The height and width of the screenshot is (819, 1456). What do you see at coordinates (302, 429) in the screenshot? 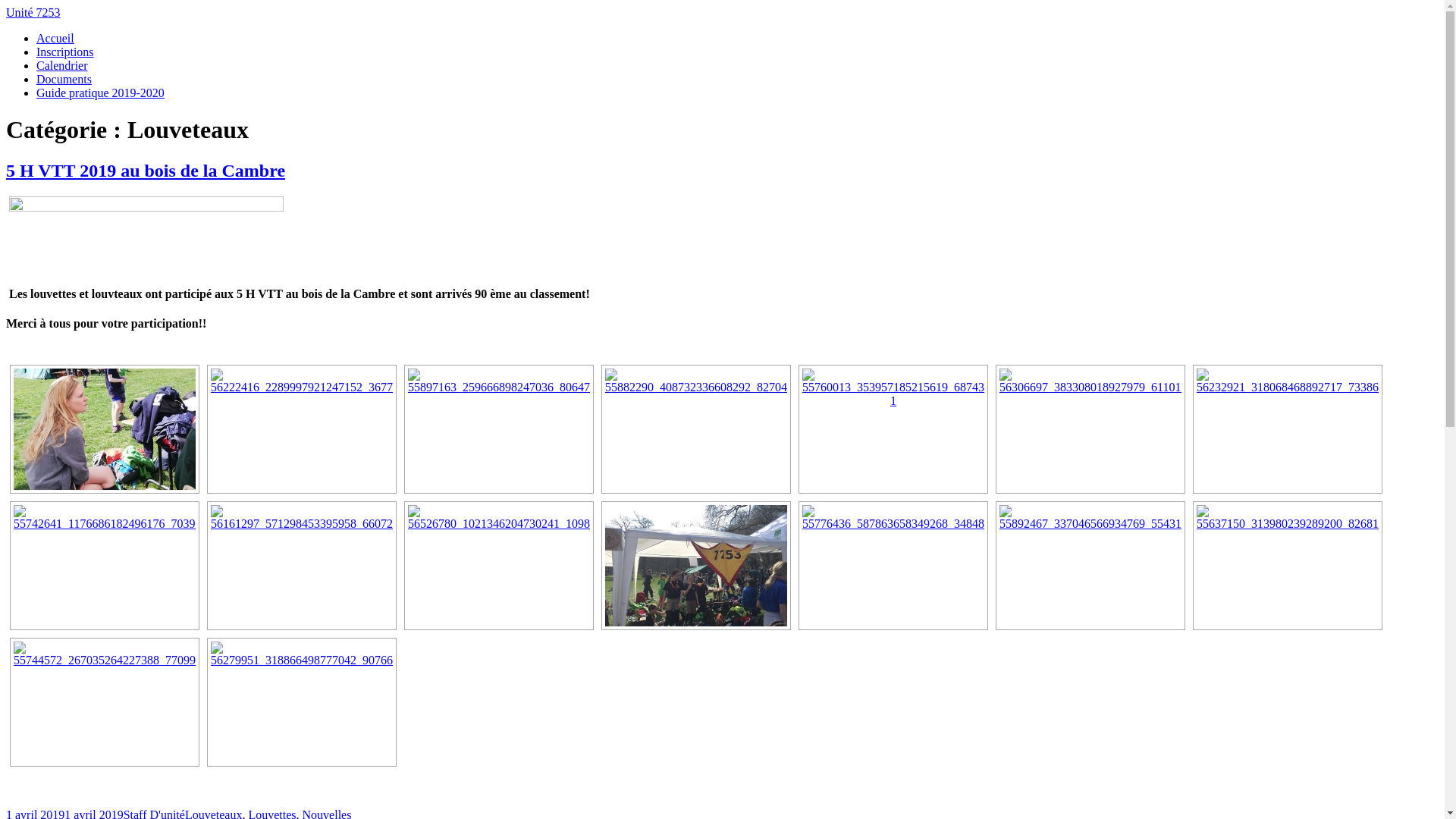
I see `'56222416_2289997921247152_3677128820176977920_n'` at bounding box center [302, 429].